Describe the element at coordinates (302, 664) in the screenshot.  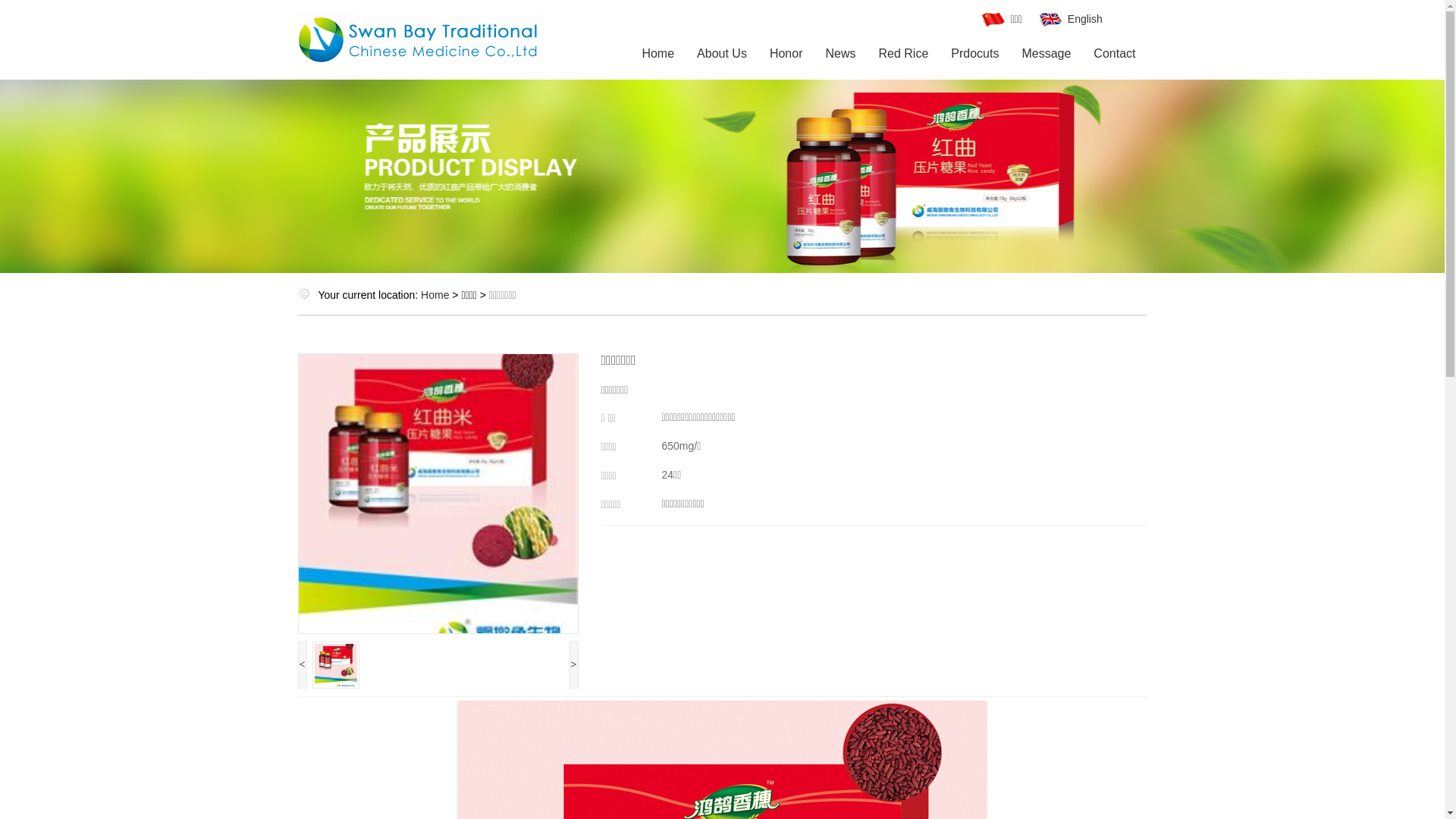
I see `'<'` at that location.